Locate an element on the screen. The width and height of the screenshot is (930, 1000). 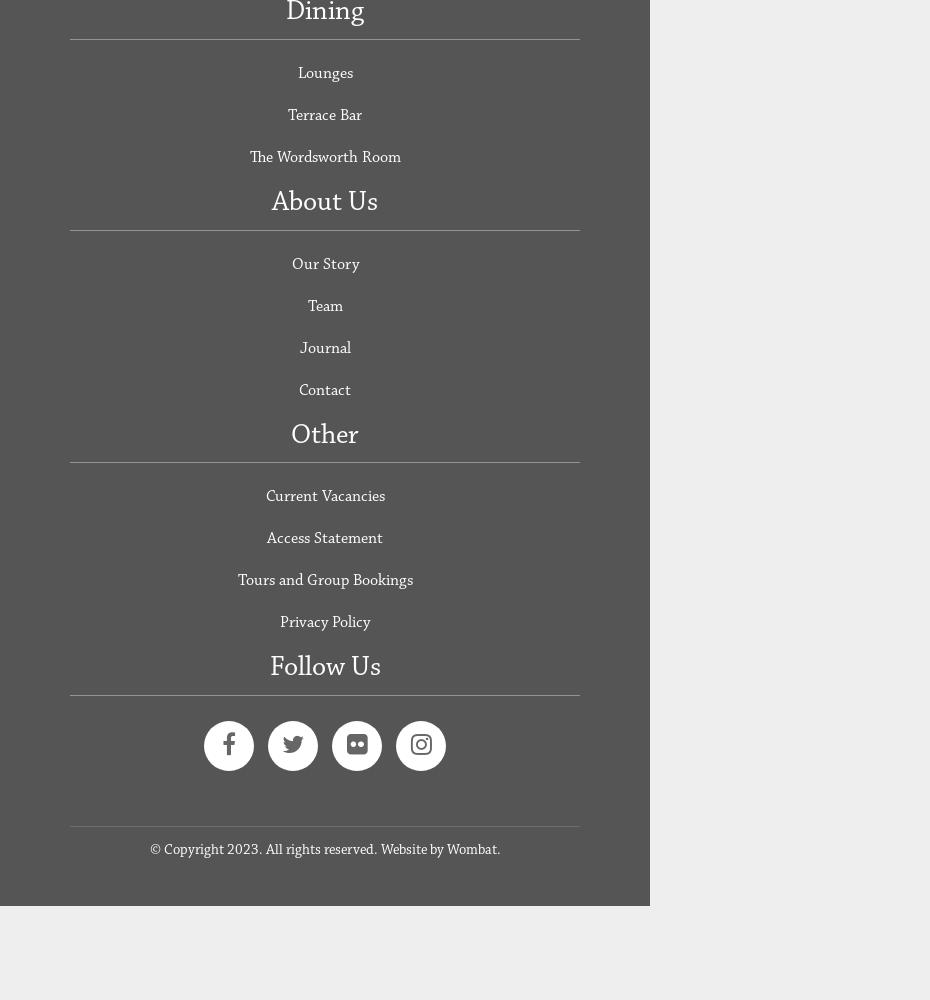
'.' is located at coordinates (497, 848).